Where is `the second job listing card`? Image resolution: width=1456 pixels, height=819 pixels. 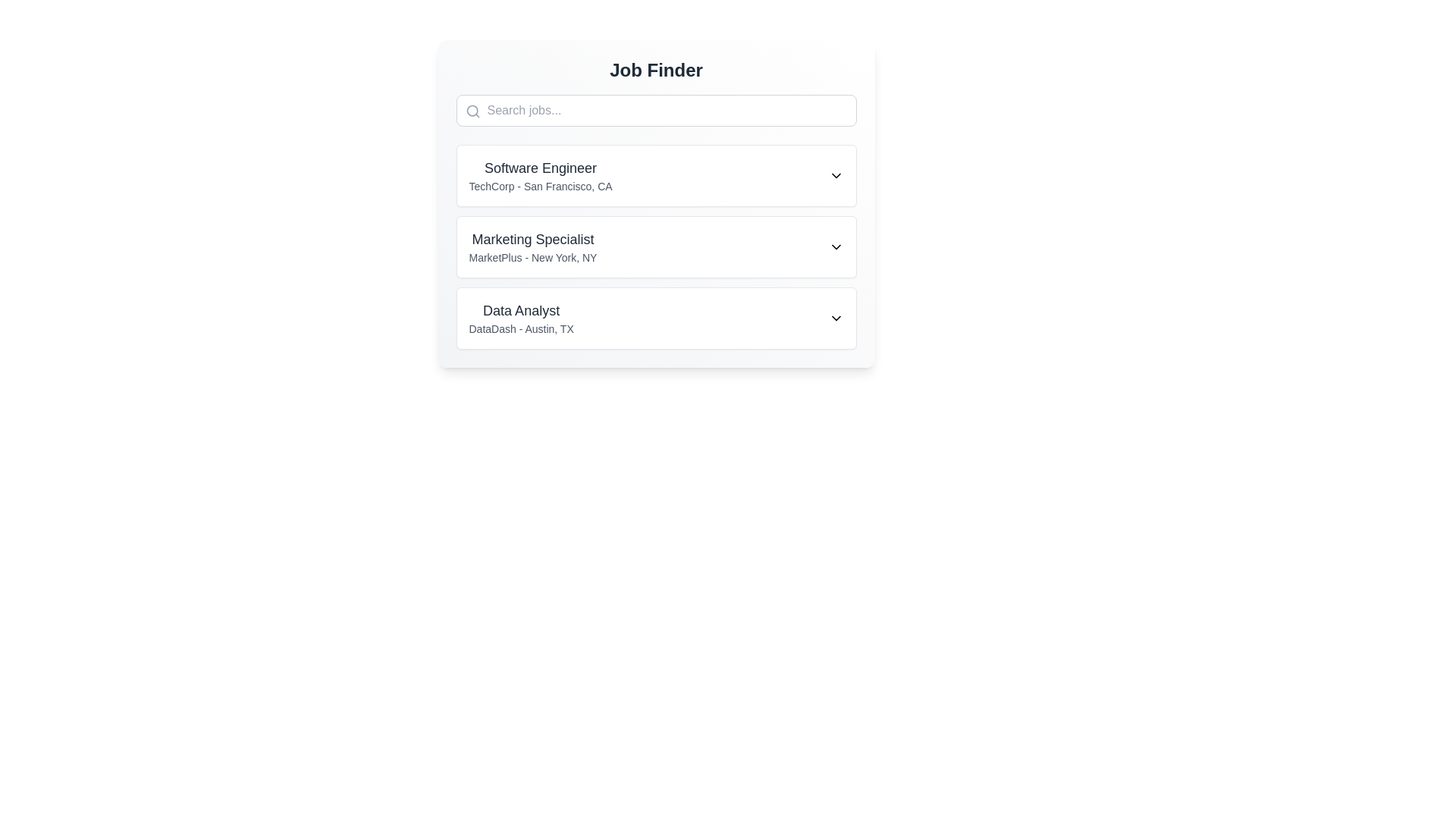 the second job listing card is located at coordinates (656, 246).